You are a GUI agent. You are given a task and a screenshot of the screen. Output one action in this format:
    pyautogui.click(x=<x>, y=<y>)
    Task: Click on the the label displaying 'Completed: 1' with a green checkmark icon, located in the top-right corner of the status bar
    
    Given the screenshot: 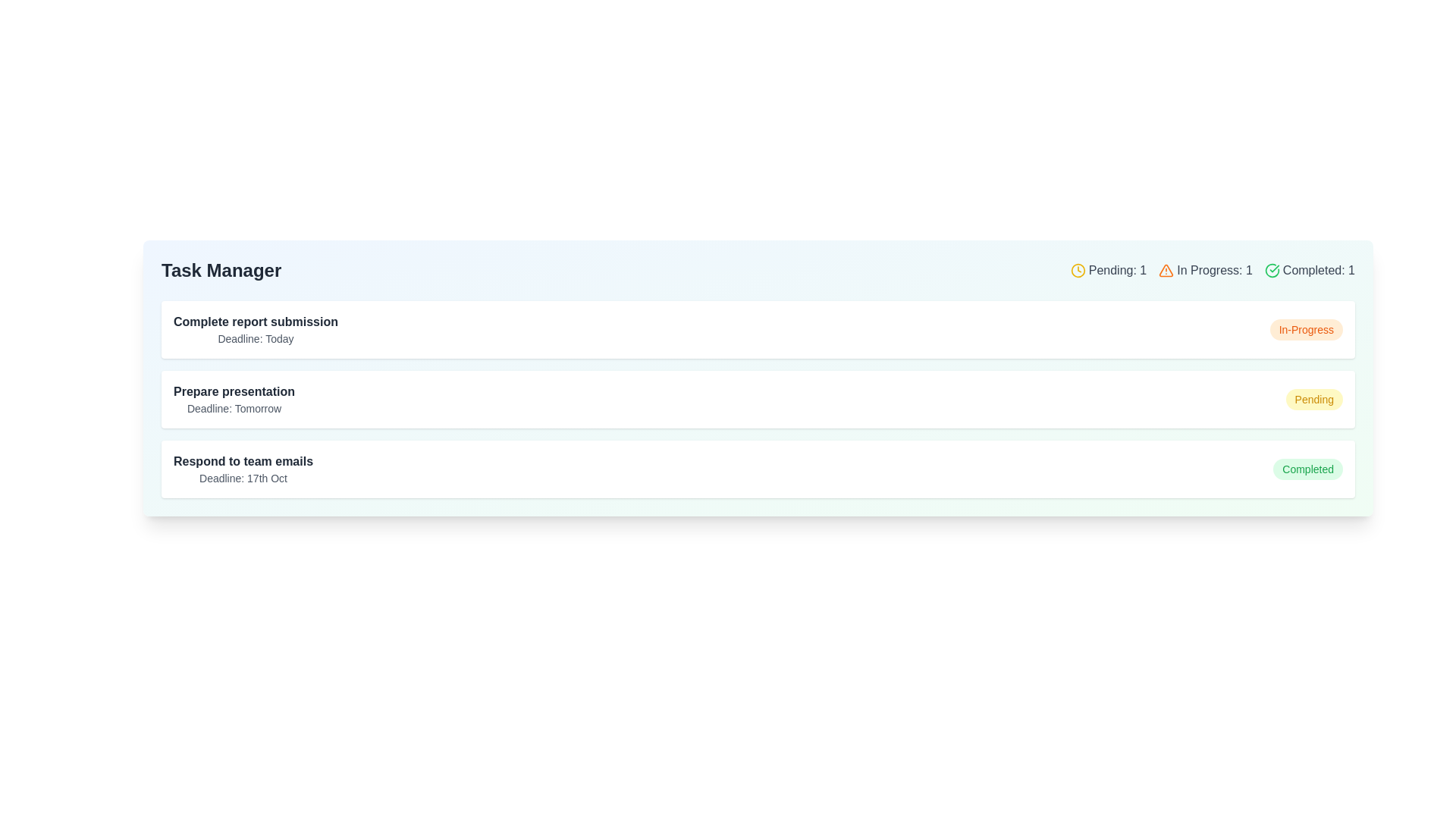 What is the action you would take?
    pyautogui.click(x=1309, y=270)
    